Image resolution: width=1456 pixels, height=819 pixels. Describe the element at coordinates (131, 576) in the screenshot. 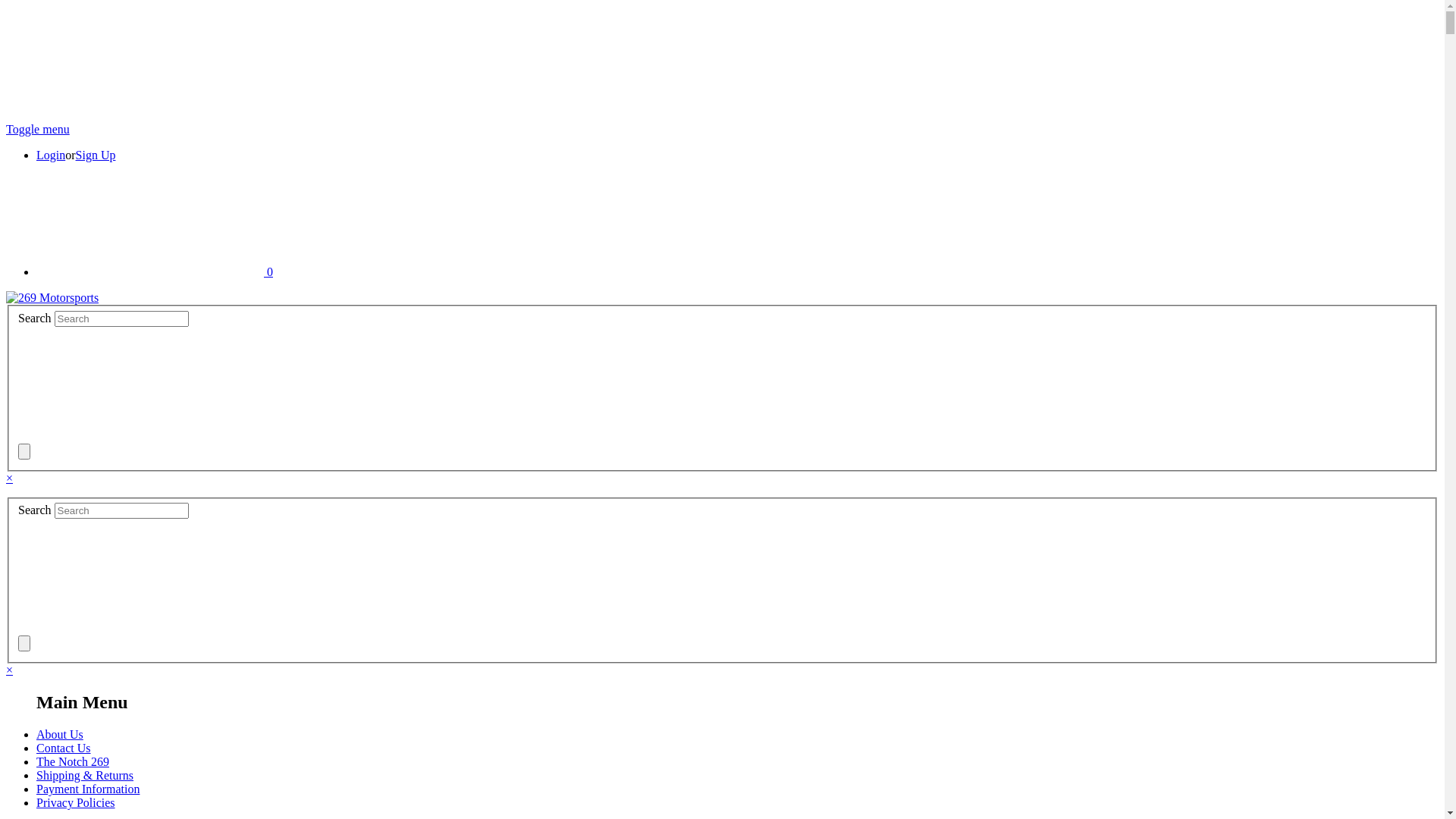

I see `'submit'` at that location.